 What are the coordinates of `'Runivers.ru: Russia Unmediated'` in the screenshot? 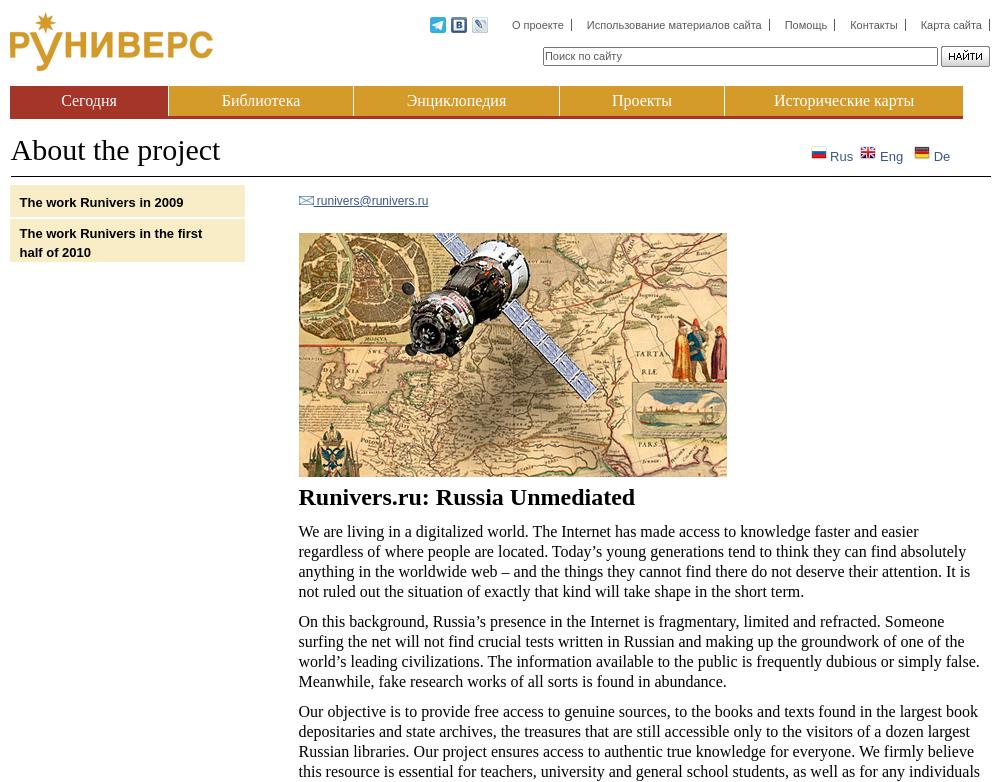 It's located at (465, 496).